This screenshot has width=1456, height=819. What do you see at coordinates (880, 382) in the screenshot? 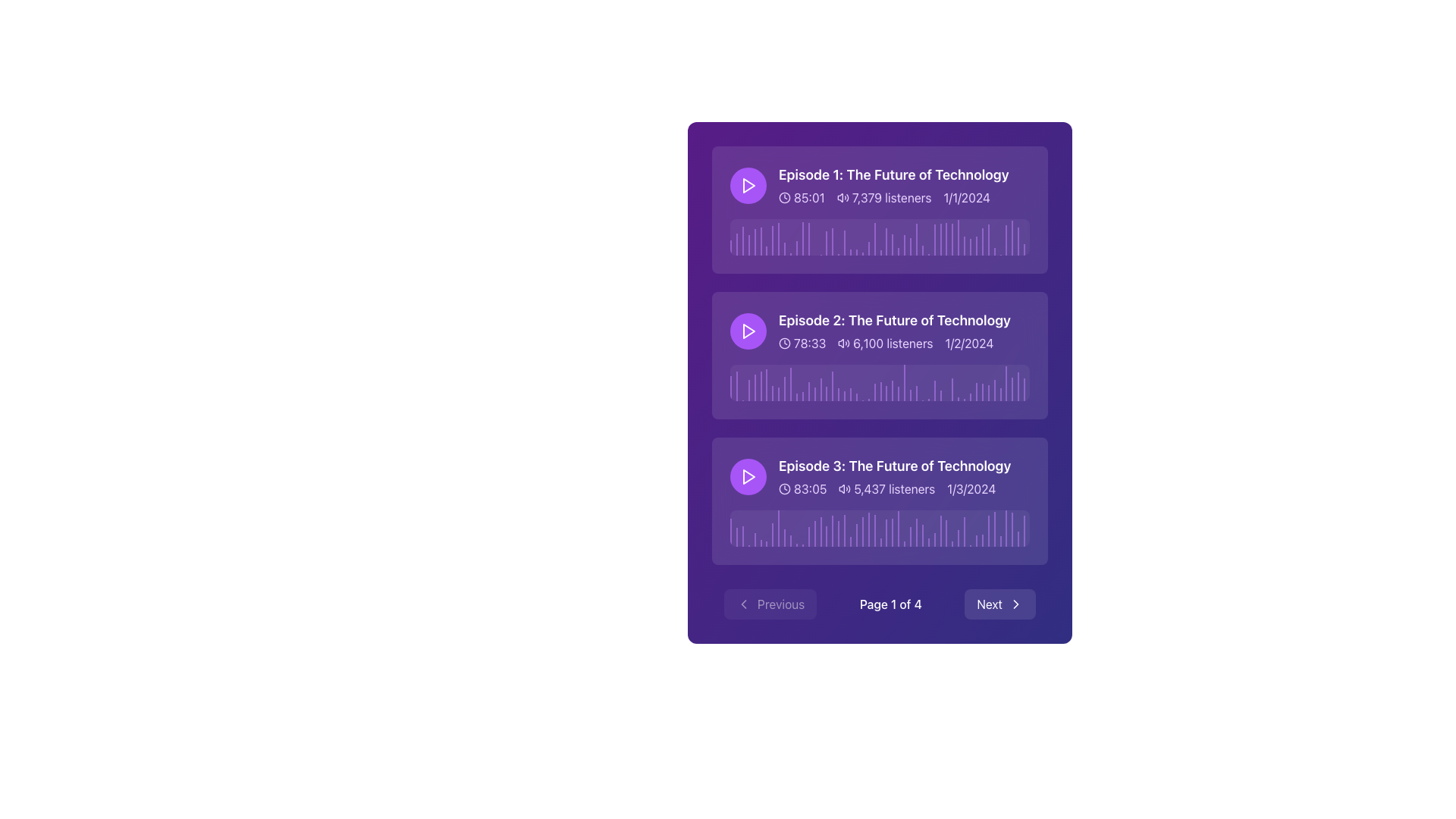
I see `the graphical waveform representation located below the textual details of 'Episode 2: The Future of Technology'` at bounding box center [880, 382].